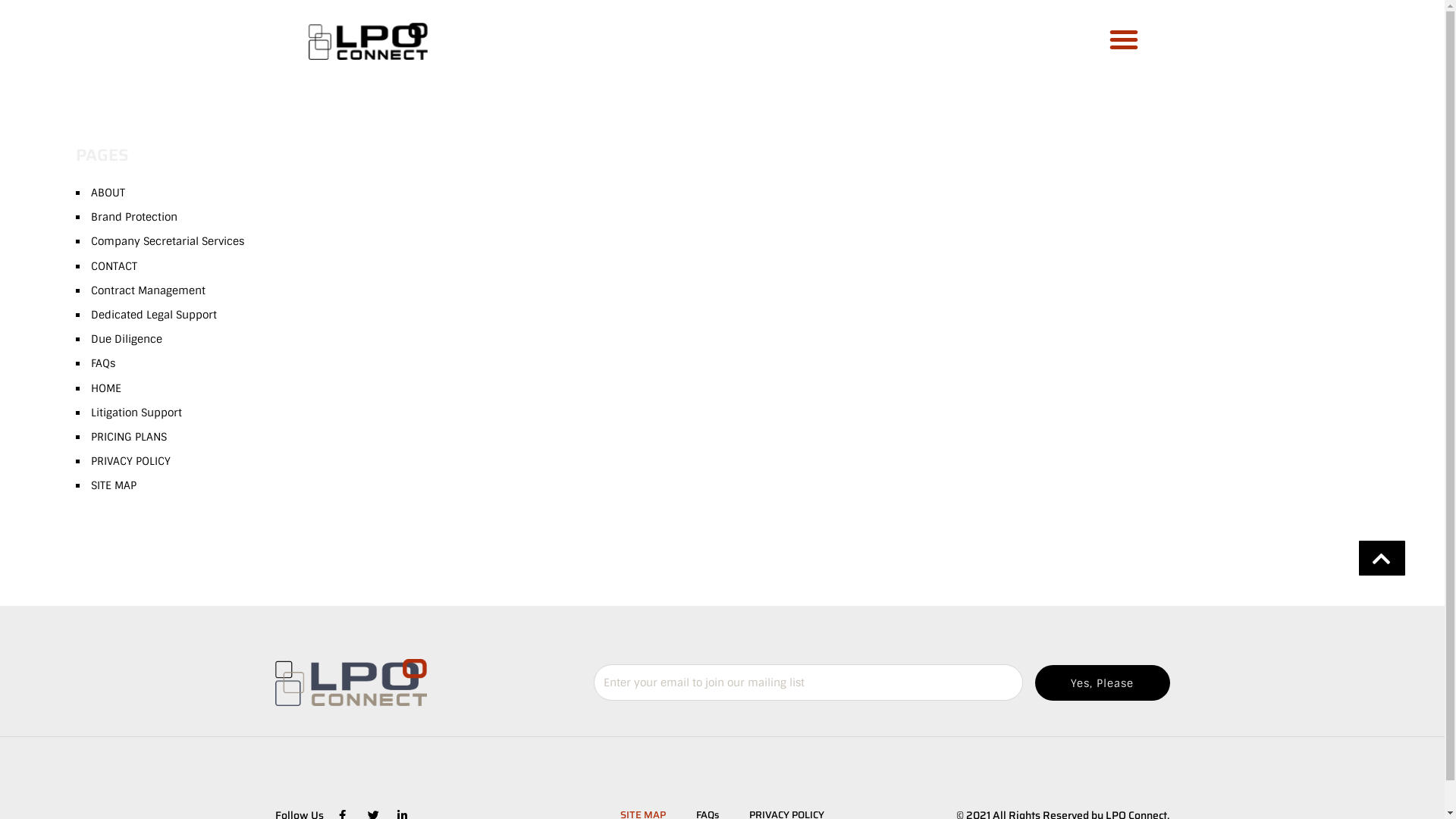  I want to click on 'Dedicated Legal Support', so click(153, 314).